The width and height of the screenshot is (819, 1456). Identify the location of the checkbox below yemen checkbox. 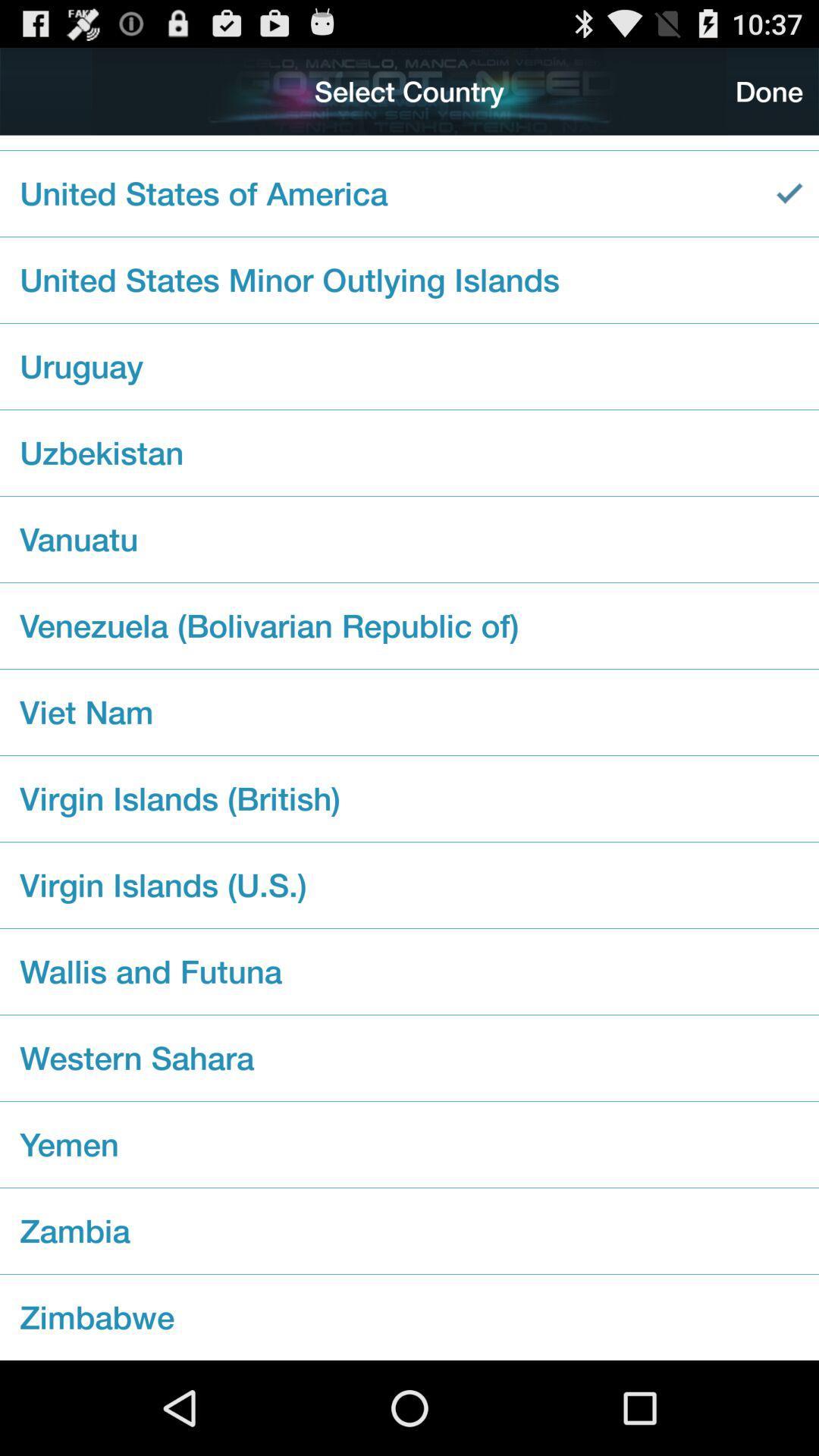
(409, 1231).